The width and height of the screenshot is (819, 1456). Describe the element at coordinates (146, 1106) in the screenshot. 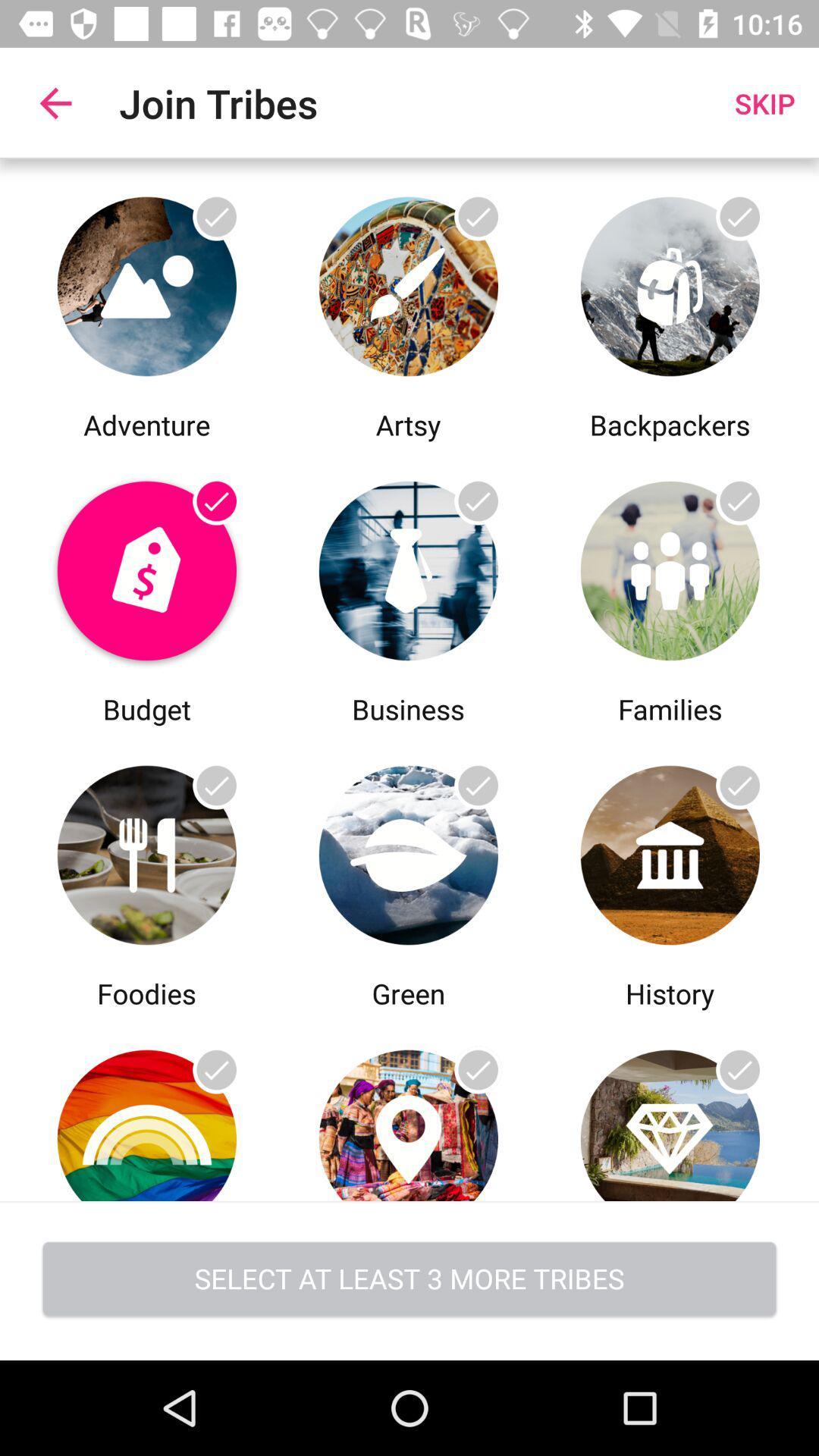

I see `foodies` at that location.